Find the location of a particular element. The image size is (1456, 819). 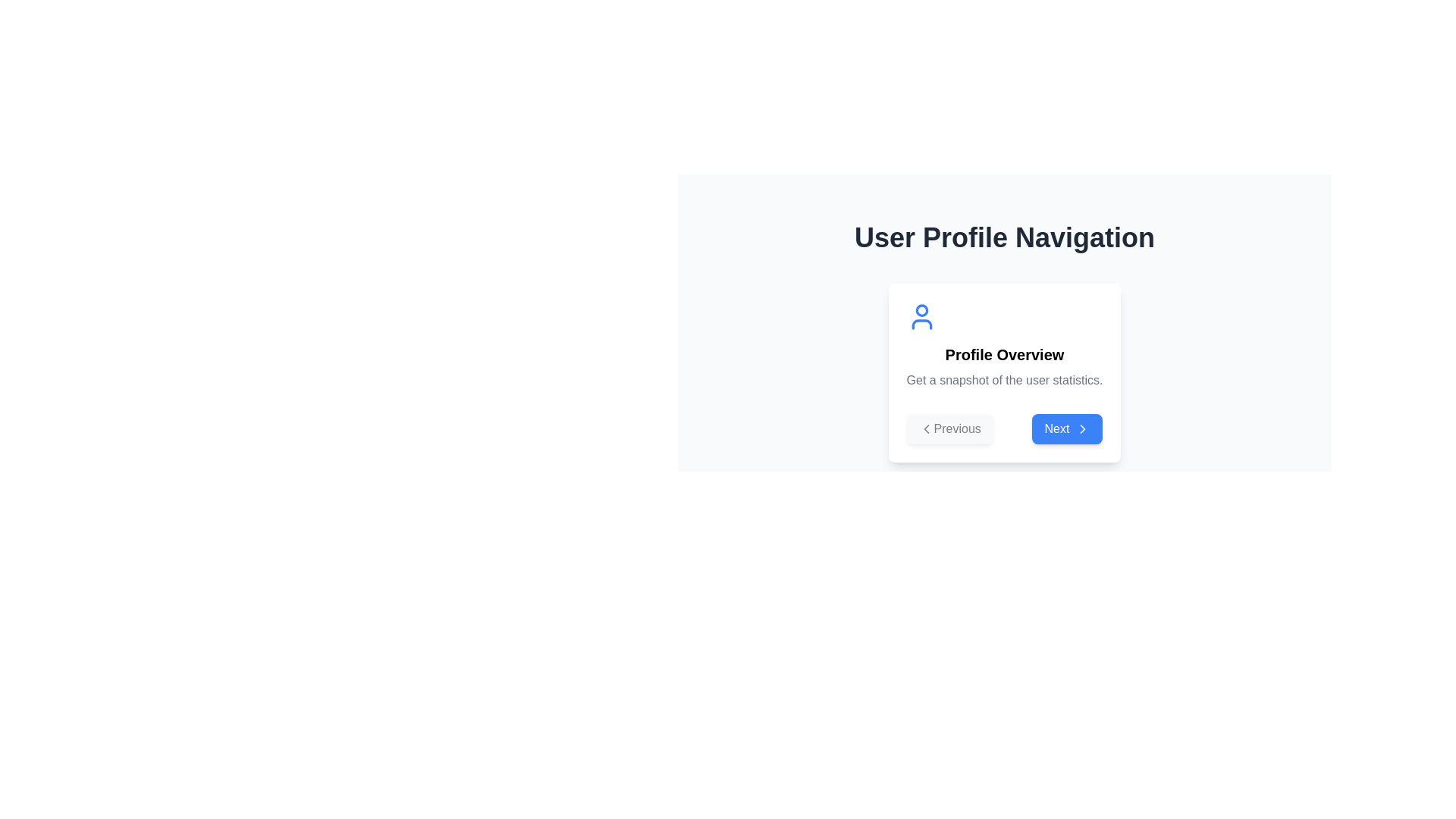

the back icon within the 'Previous' button to observe feedback indicating interactivity is located at coordinates (925, 429).